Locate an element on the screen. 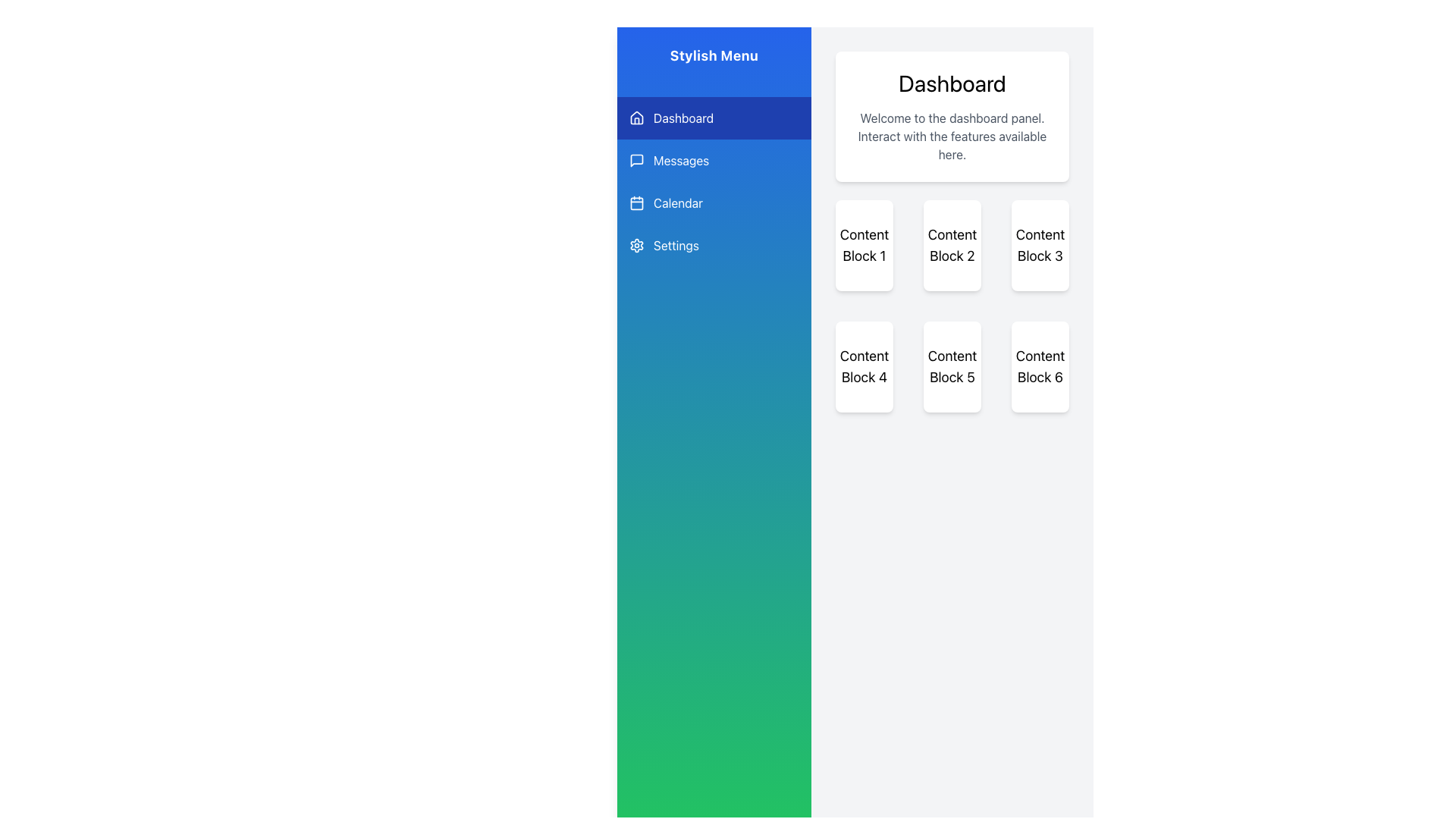 The width and height of the screenshot is (1456, 819). the informational card titled 'Dashboard' which has a white background, rounded corners, and a drop shadow effect, located at the upper section of the right panel is located at coordinates (952, 116).